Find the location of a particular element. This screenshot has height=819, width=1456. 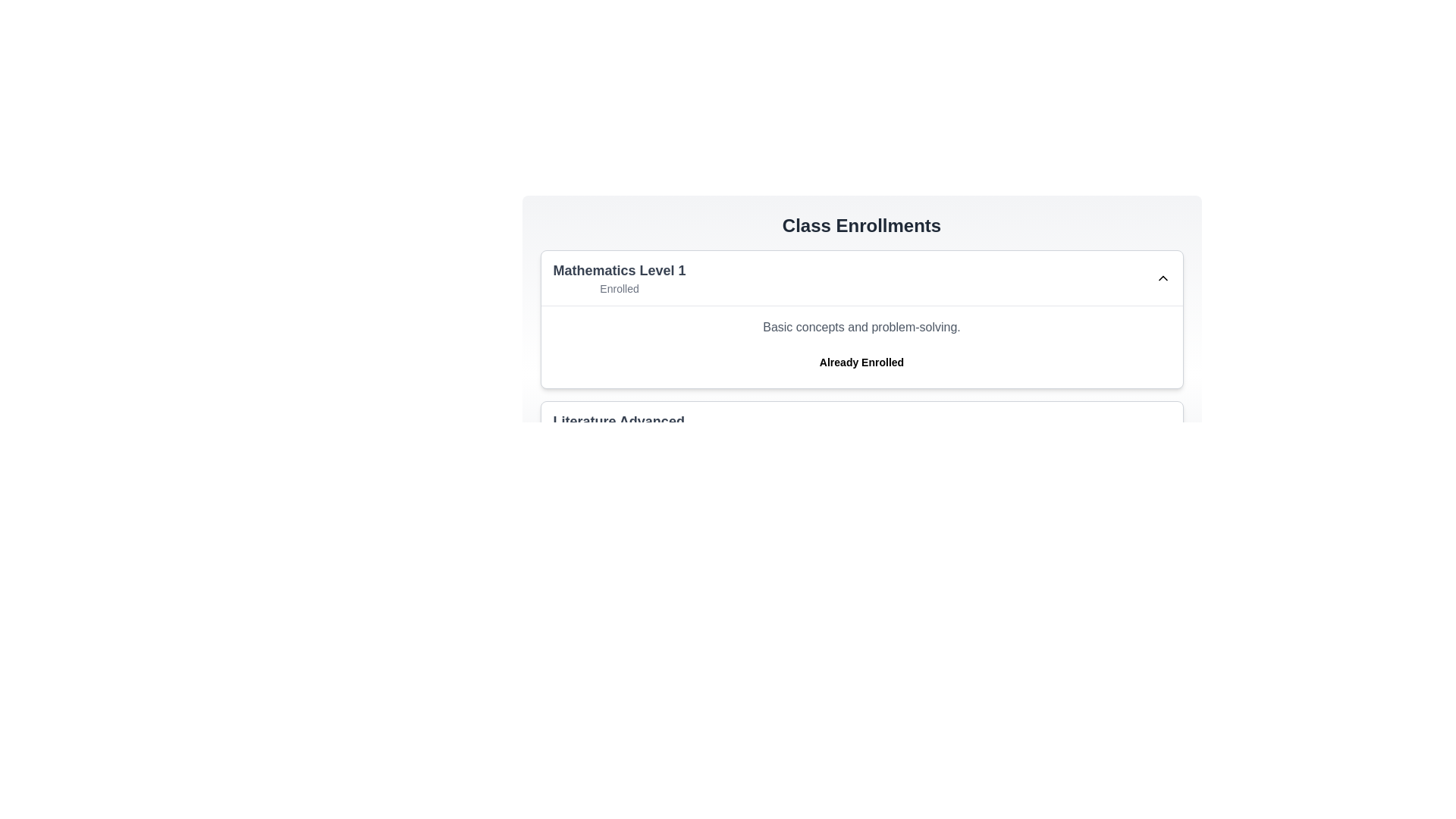

the text label reading 'Basic concepts and problem-solving.' styled in gray font, located within the 'Class Enrollments' section under 'Mathematics Level 1' is located at coordinates (861, 327).